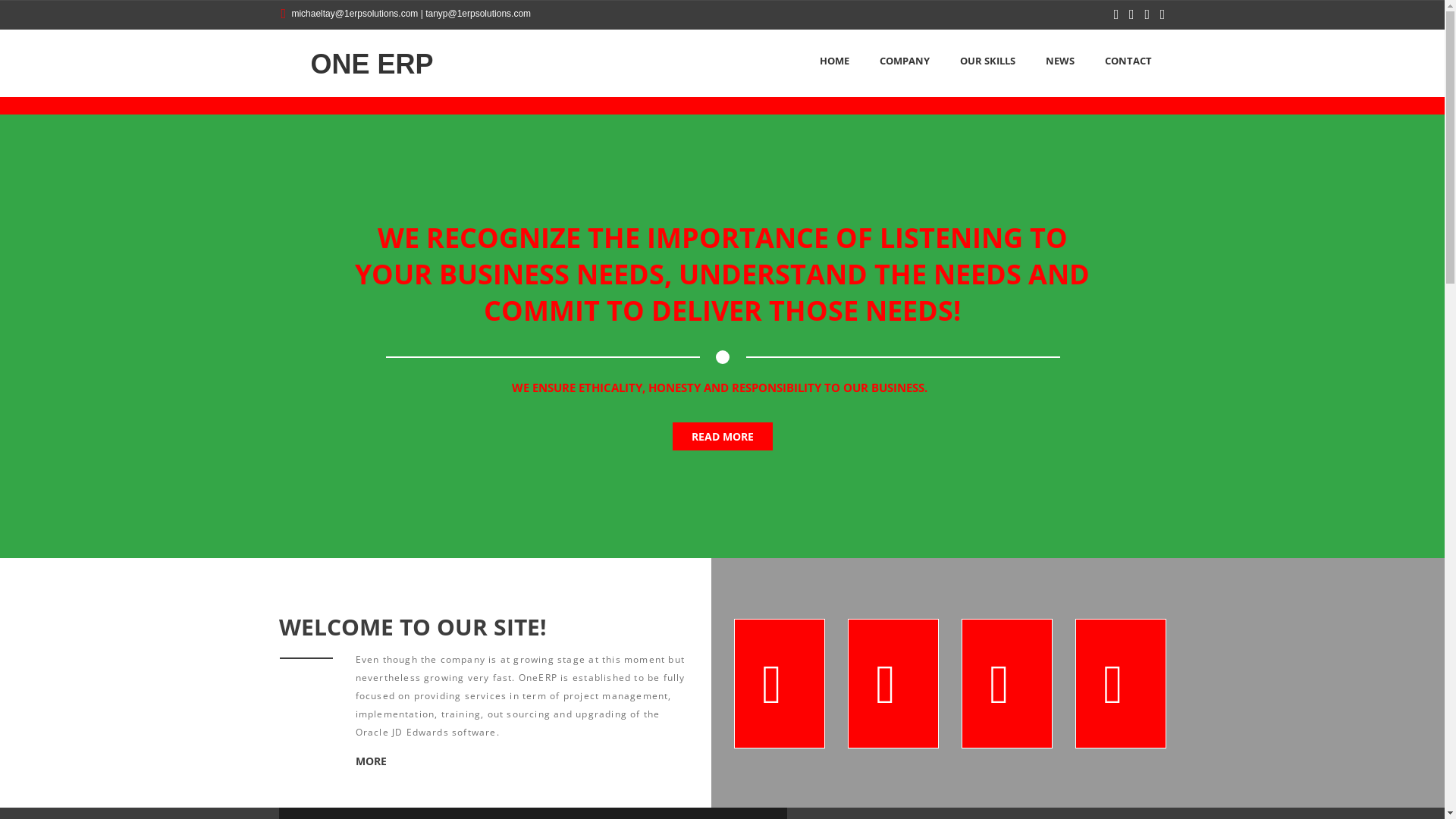  What do you see at coordinates (425, 14) in the screenshot?
I see `'tanyp@1erpsolutions.com'` at bounding box center [425, 14].